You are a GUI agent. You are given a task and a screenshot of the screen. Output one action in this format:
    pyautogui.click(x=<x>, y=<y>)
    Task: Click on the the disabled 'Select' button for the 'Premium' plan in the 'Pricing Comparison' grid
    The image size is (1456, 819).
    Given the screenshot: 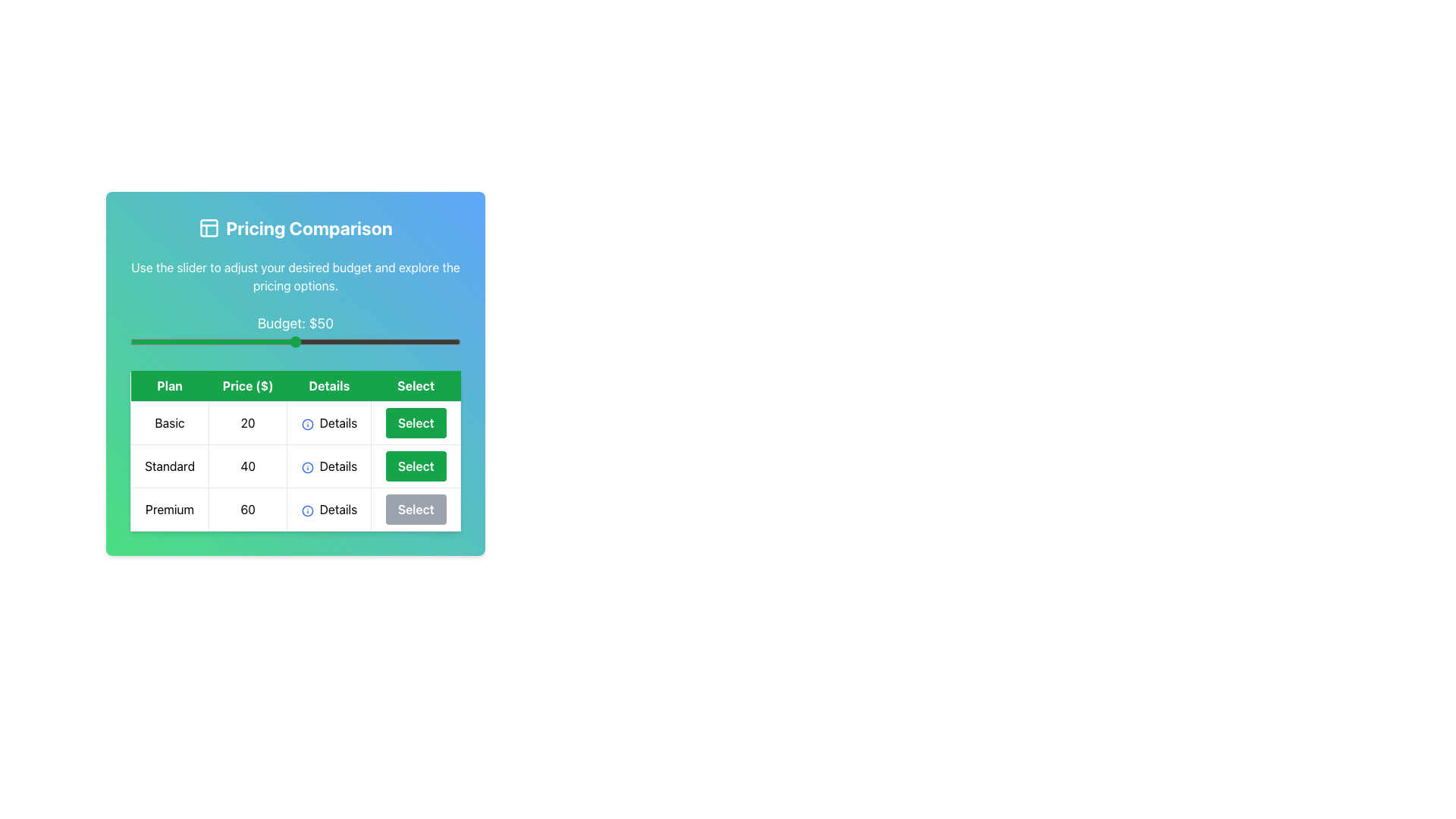 What is the action you would take?
    pyautogui.click(x=416, y=509)
    